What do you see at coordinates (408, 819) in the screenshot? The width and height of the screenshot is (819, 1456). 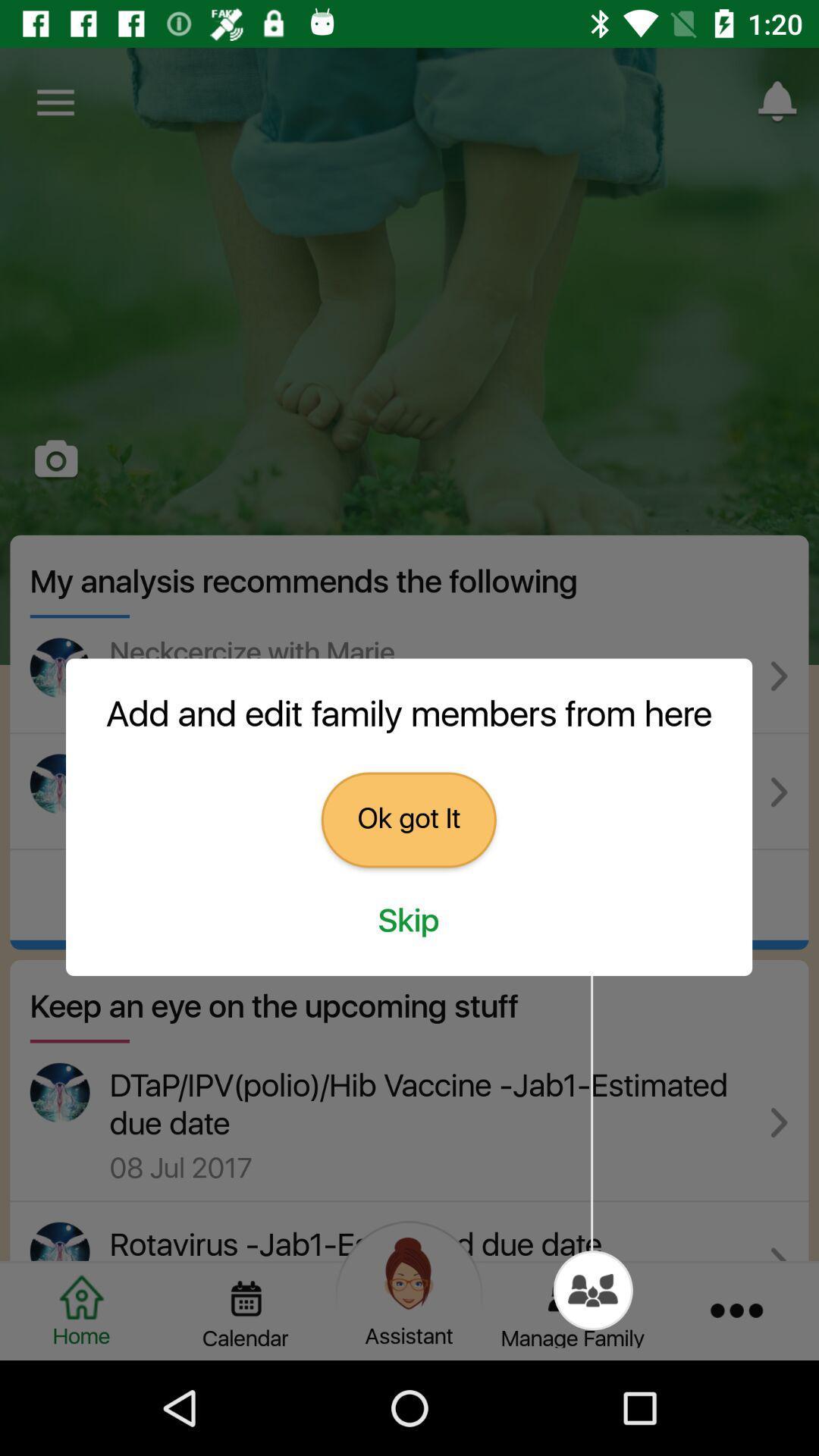 I see `ok got it item` at bounding box center [408, 819].